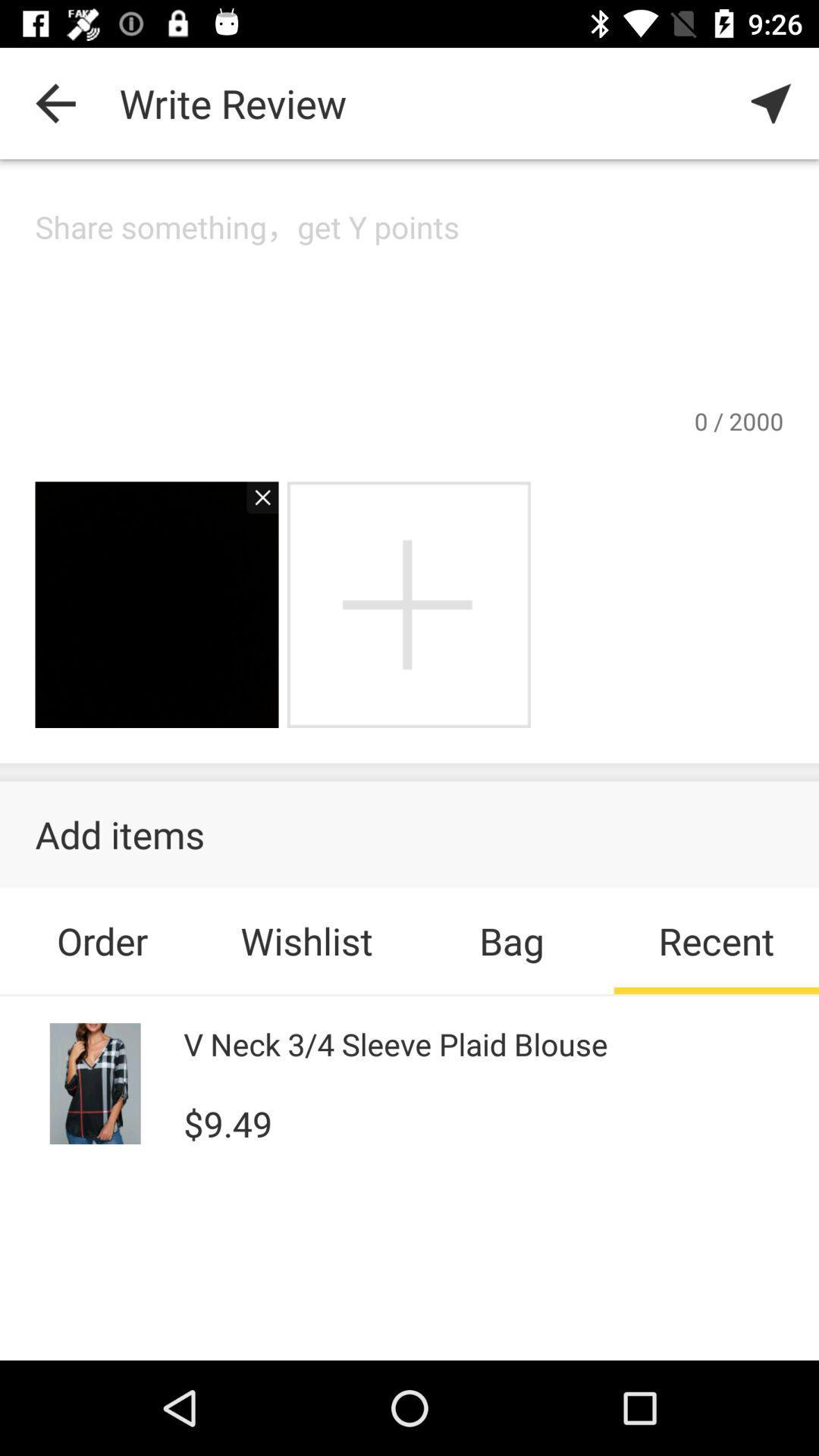 Image resolution: width=819 pixels, height=1456 pixels. Describe the element at coordinates (227, 1122) in the screenshot. I see `the $9.49 icon` at that location.